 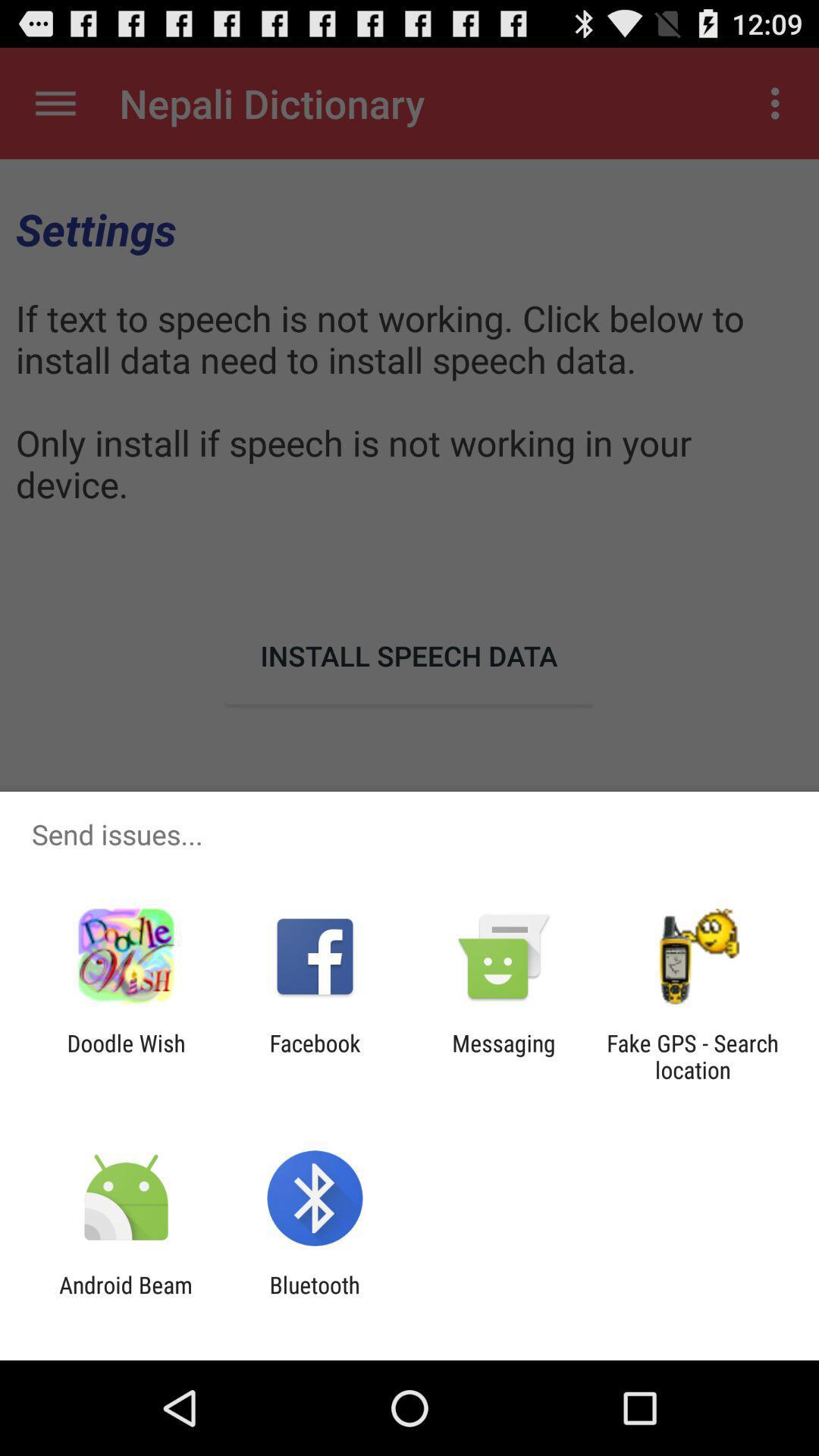 What do you see at coordinates (314, 1298) in the screenshot?
I see `the app to the right of the android beam item` at bounding box center [314, 1298].